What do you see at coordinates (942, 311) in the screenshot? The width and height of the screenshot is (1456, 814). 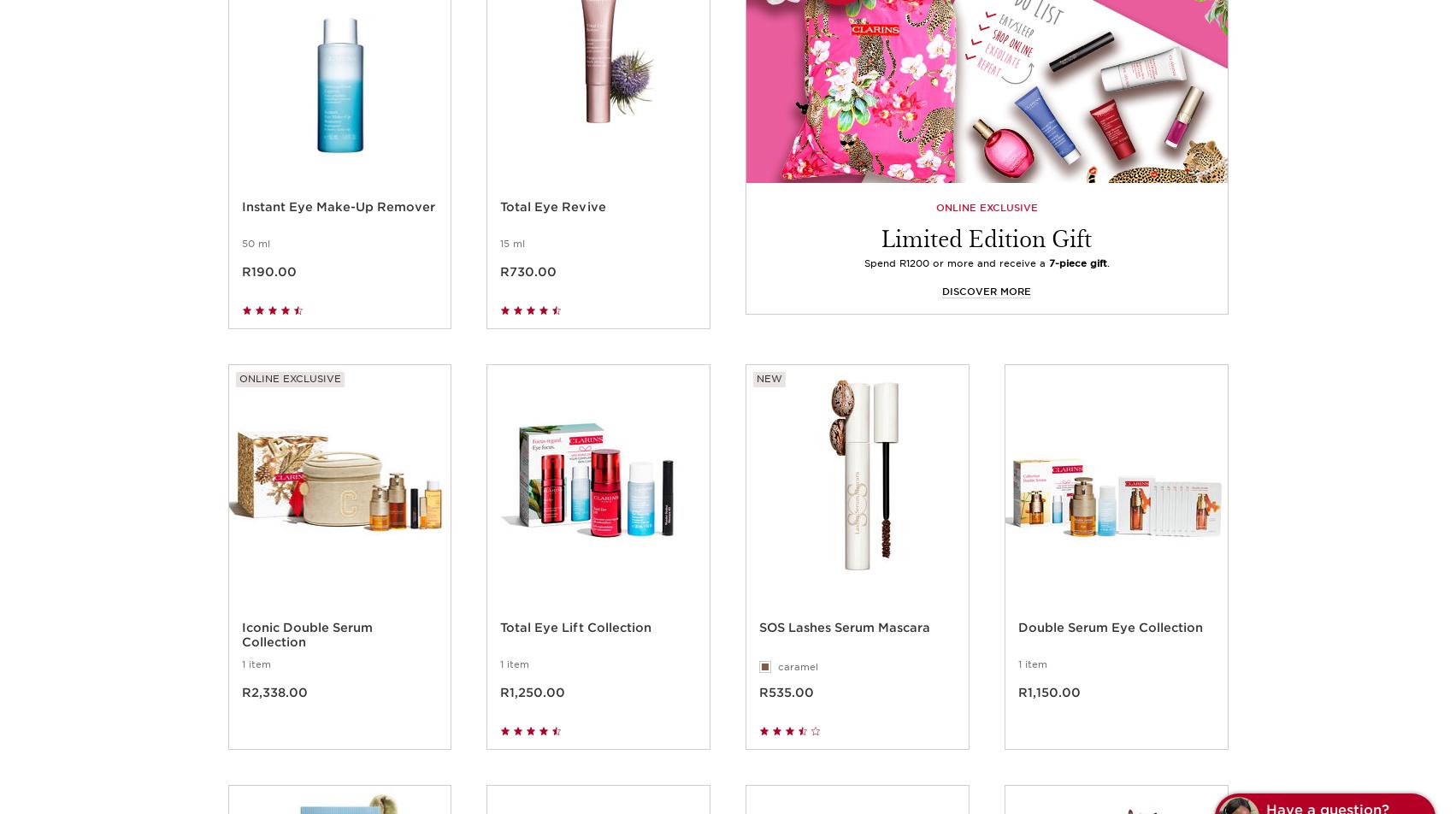 I see `'DISCOVER MORE'` at bounding box center [942, 311].